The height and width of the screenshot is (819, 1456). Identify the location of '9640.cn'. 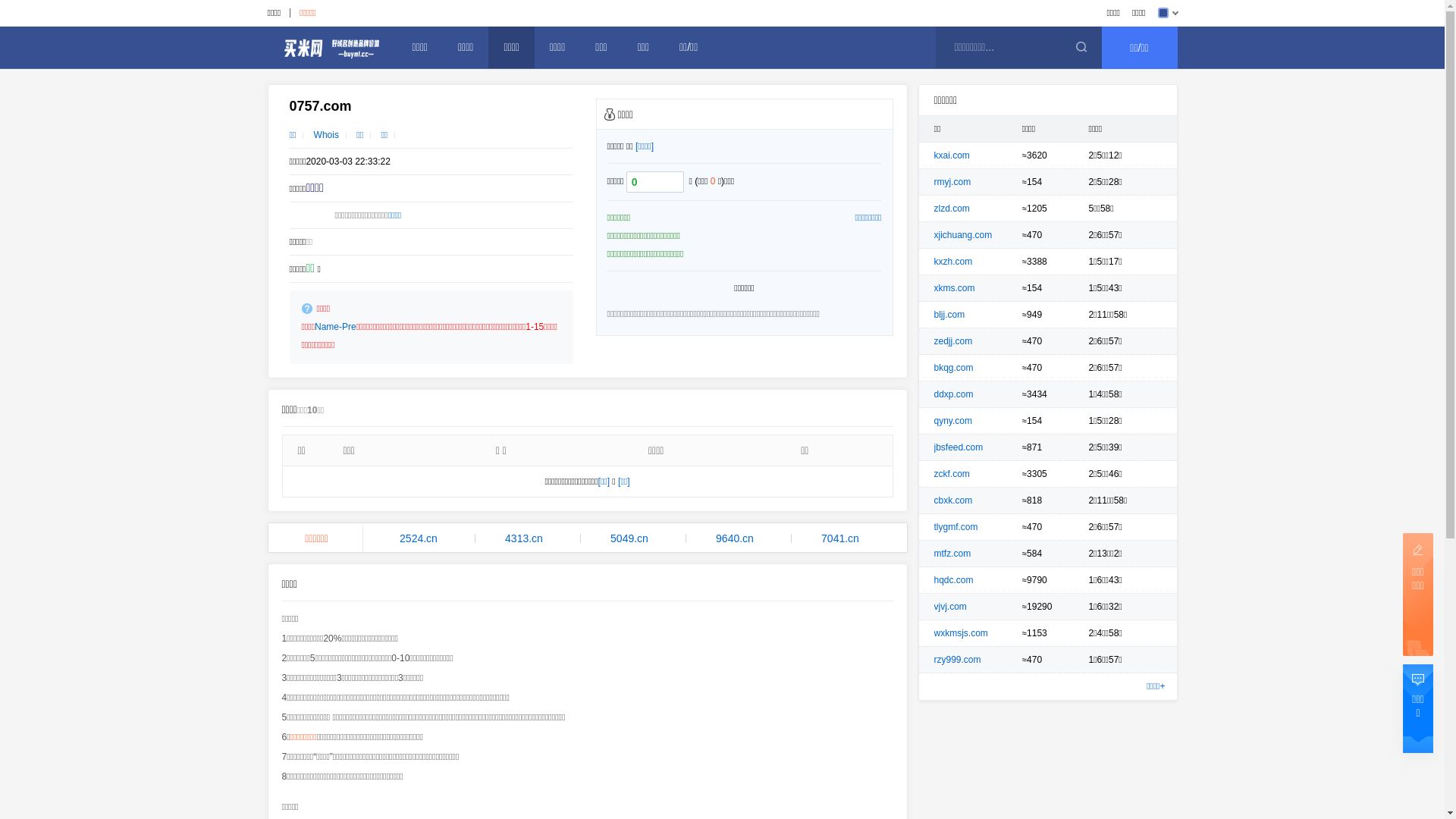
(735, 537).